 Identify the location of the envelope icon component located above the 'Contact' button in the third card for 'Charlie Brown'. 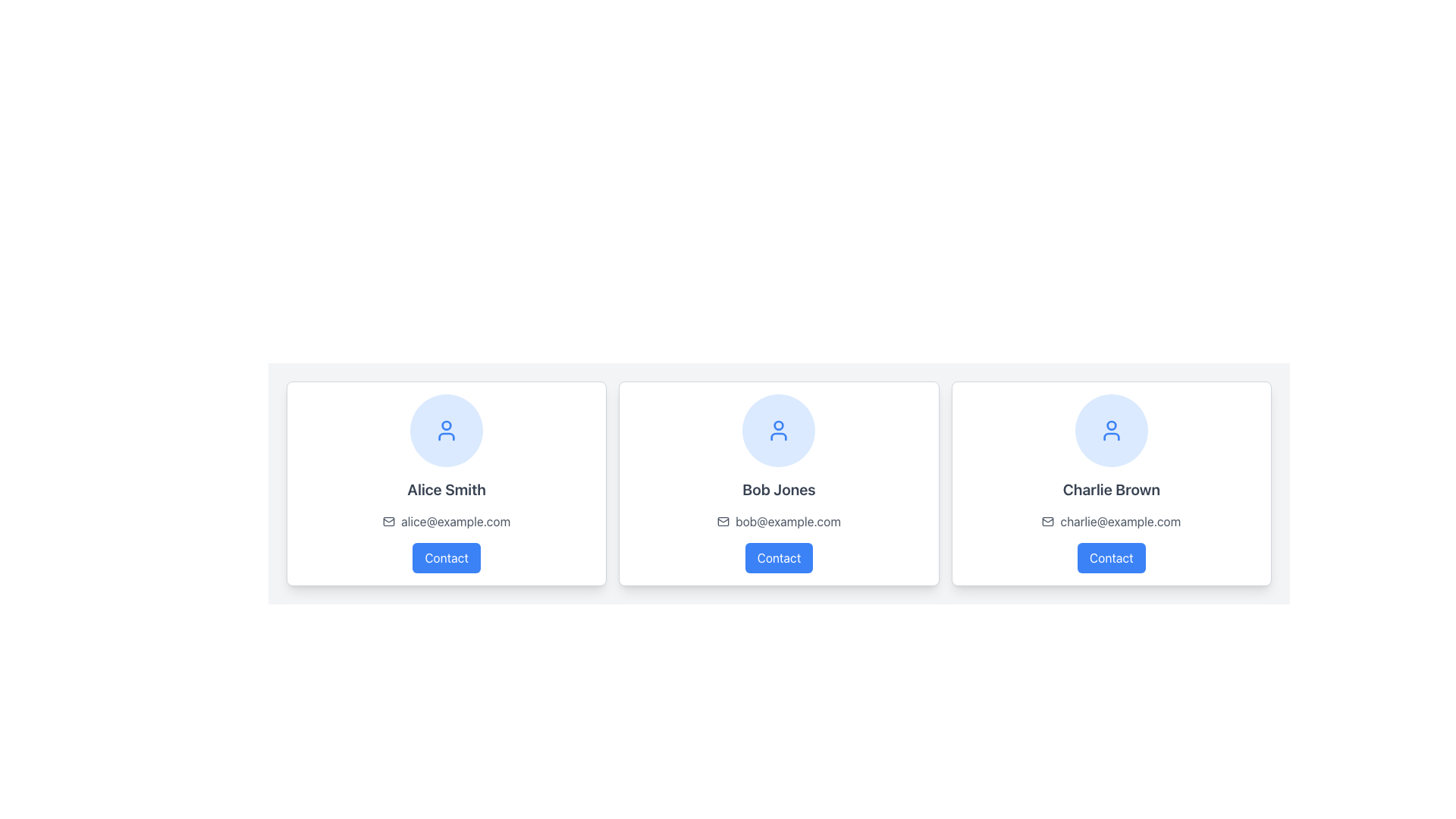
(1047, 520).